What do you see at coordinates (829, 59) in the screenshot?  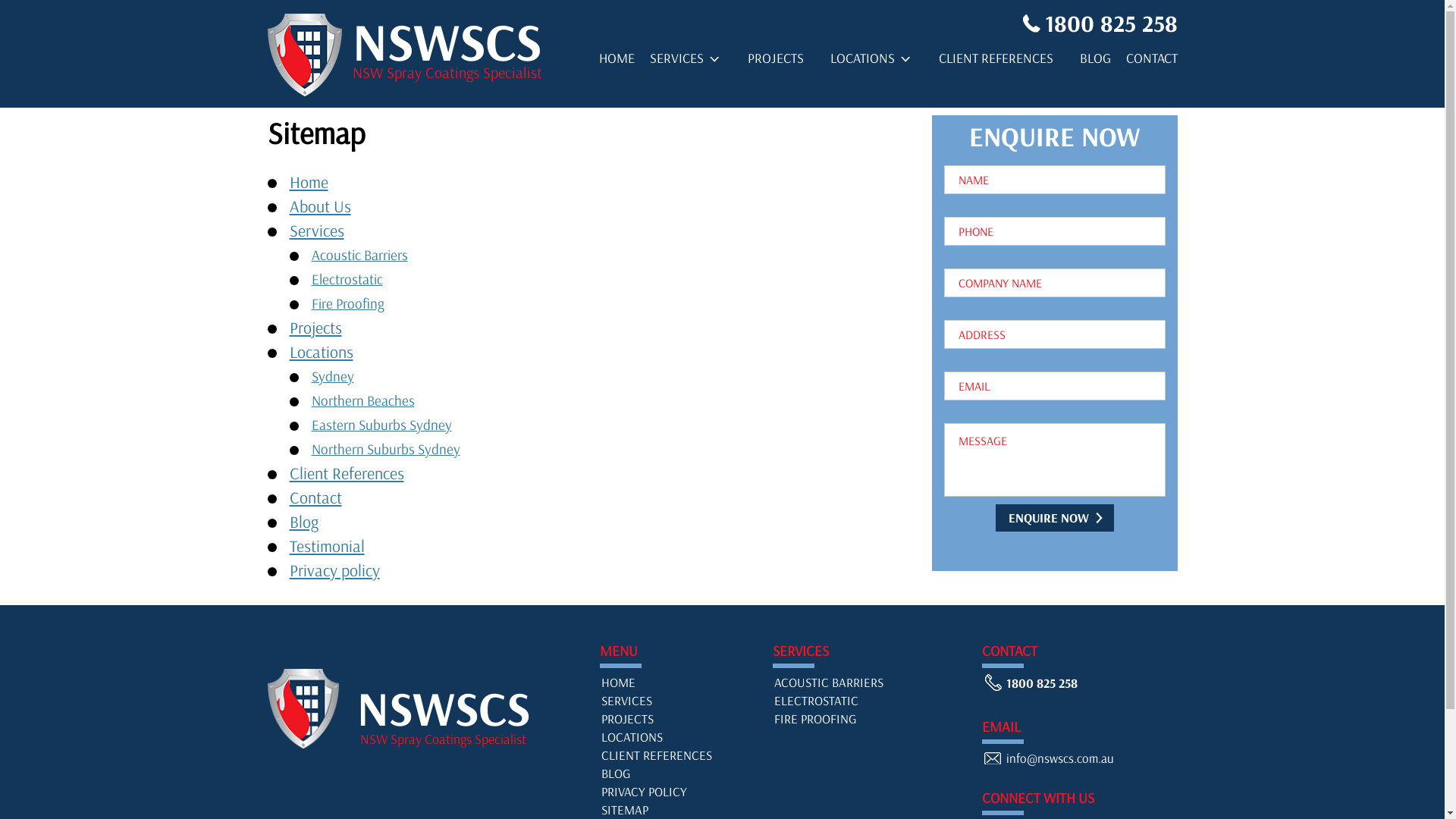 I see `'LOCATIONS'` at bounding box center [829, 59].